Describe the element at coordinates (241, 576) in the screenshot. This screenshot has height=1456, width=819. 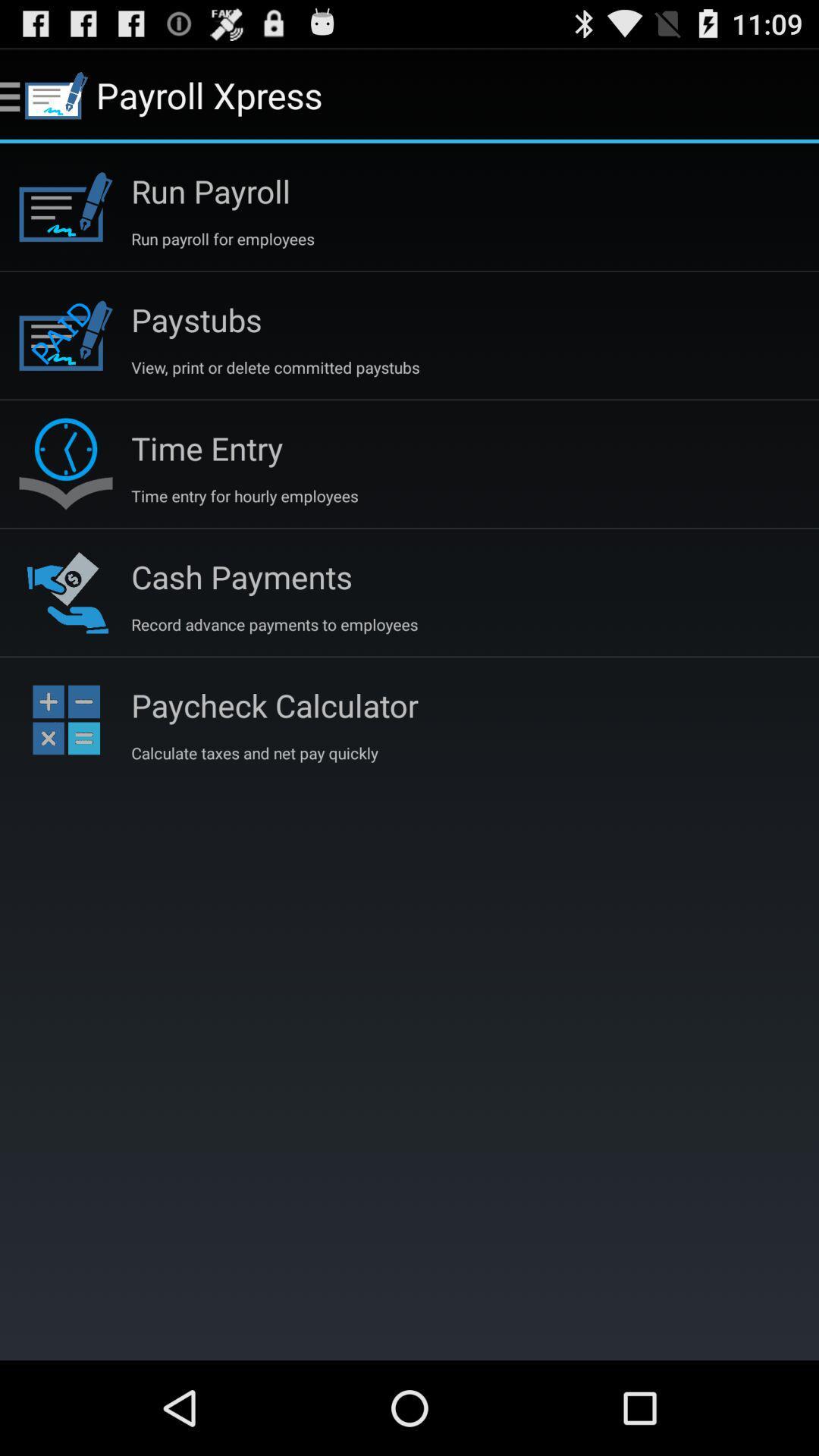
I see `the icon below the time entry for` at that location.